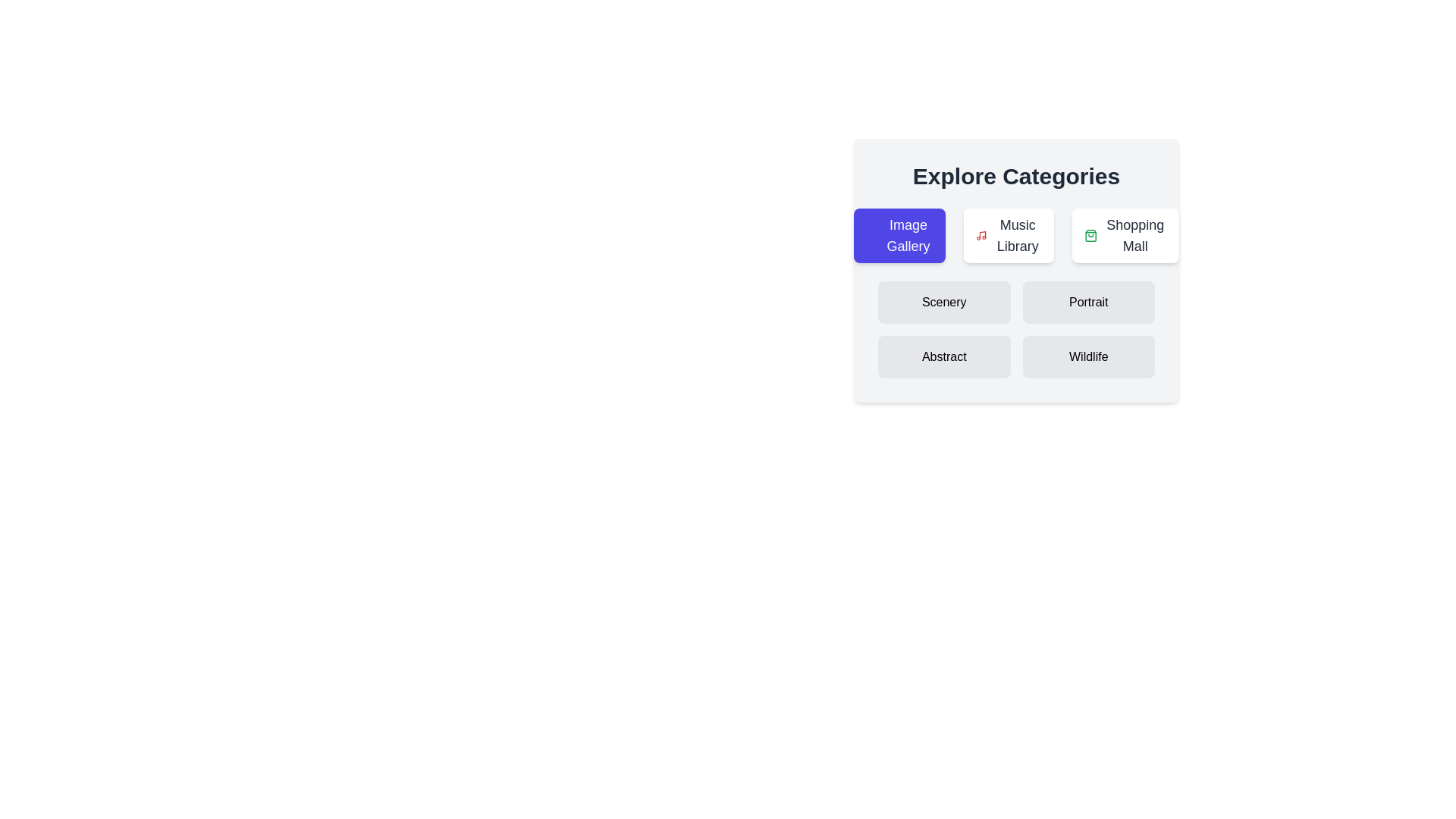 The width and height of the screenshot is (1456, 819). Describe the element at coordinates (1016, 236) in the screenshot. I see `the 'Music Library' button located between the 'Image Gallery' button and the 'Shopping Mall' button beneath the title 'Explore Categories'` at that location.